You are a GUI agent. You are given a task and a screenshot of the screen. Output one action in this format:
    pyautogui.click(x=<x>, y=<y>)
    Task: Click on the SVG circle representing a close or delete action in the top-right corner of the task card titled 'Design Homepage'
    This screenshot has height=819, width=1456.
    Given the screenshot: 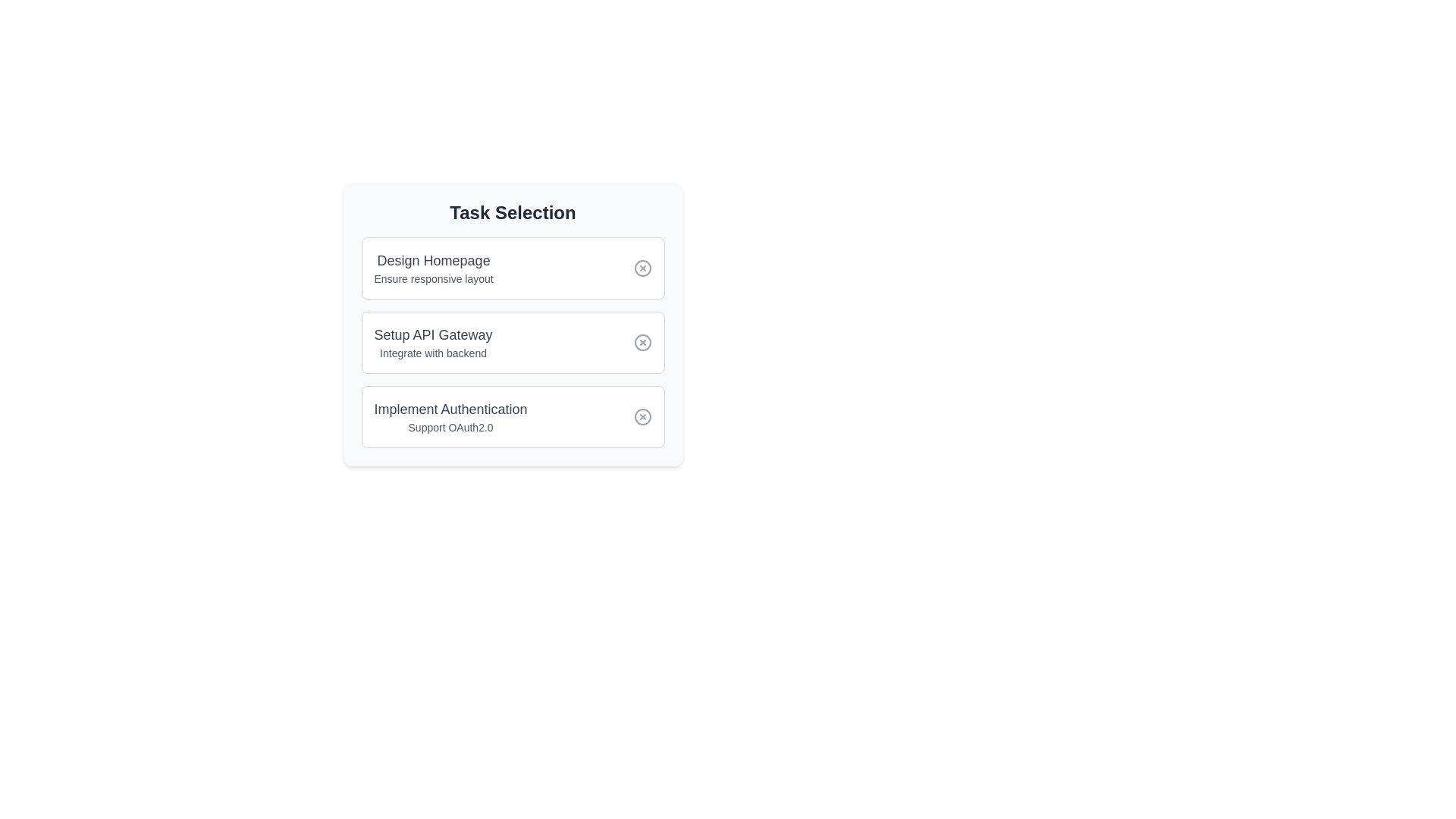 What is the action you would take?
    pyautogui.click(x=642, y=268)
    